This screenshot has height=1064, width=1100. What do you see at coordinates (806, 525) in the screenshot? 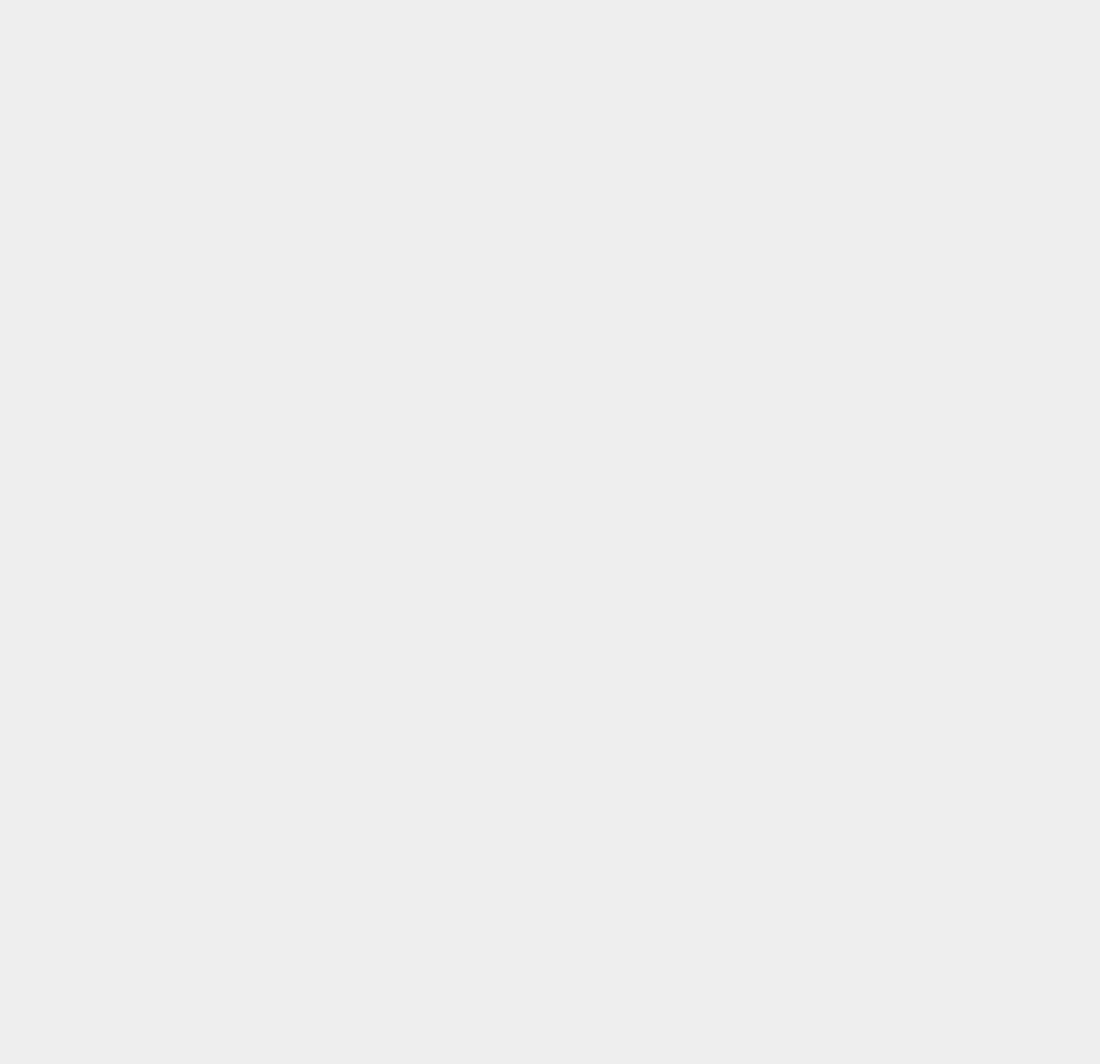
I see `'Emulator'` at bounding box center [806, 525].